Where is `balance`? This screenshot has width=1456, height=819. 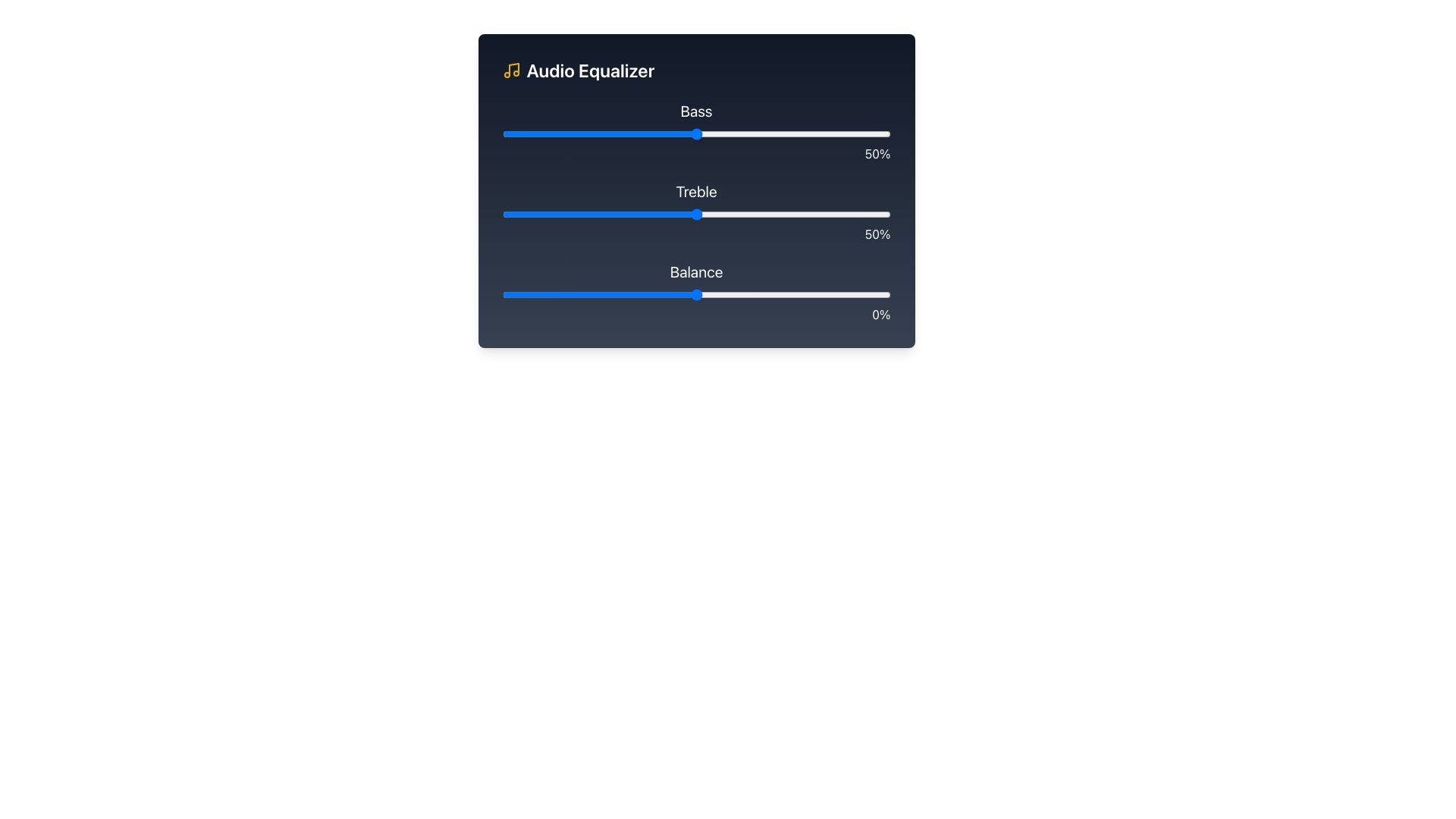 balance is located at coordinates (619, 295).